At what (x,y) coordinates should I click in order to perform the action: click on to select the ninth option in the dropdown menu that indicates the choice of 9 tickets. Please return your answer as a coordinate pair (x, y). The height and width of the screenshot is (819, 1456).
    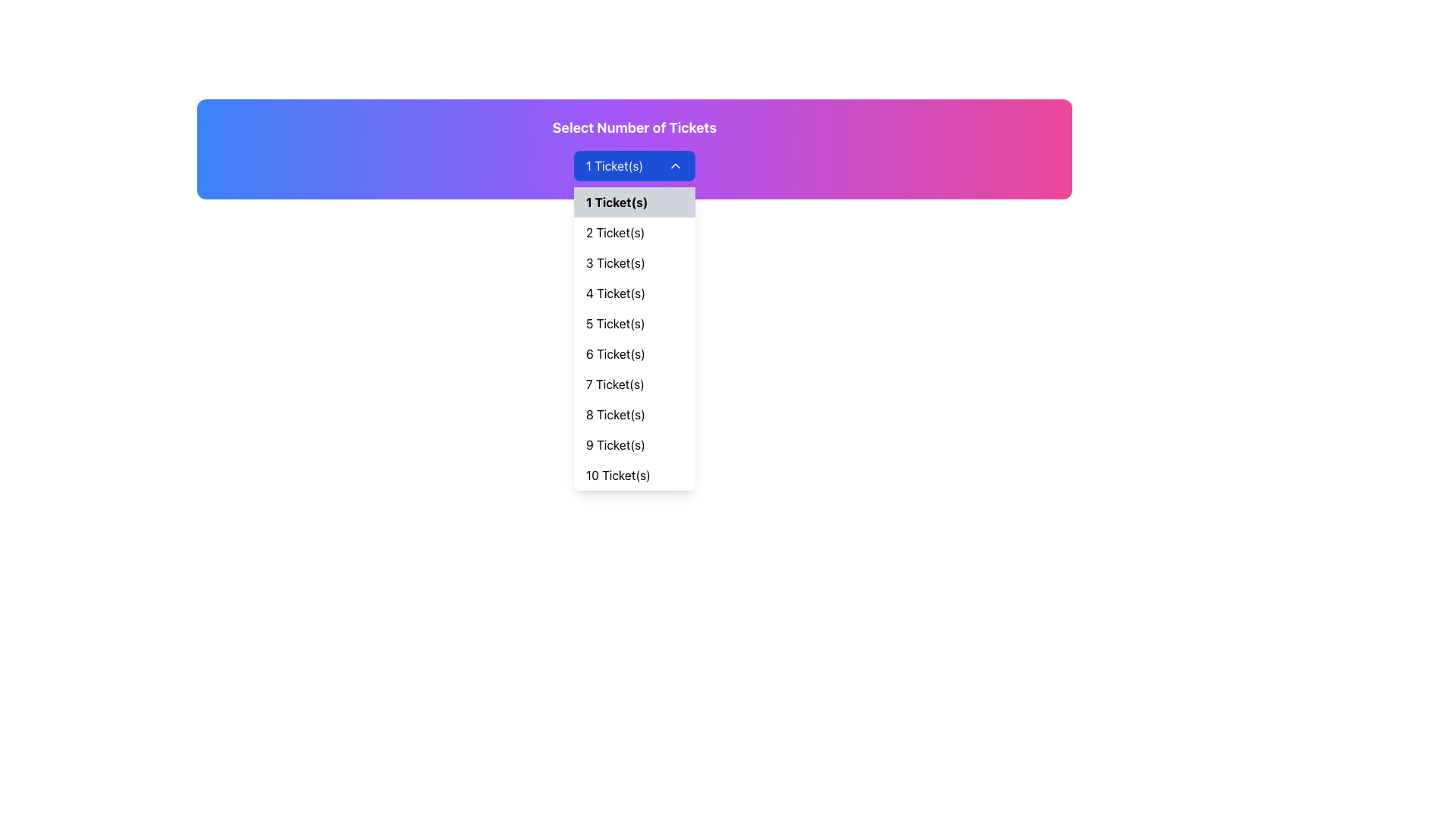
    Looking at the image, I should click on (634, 444).